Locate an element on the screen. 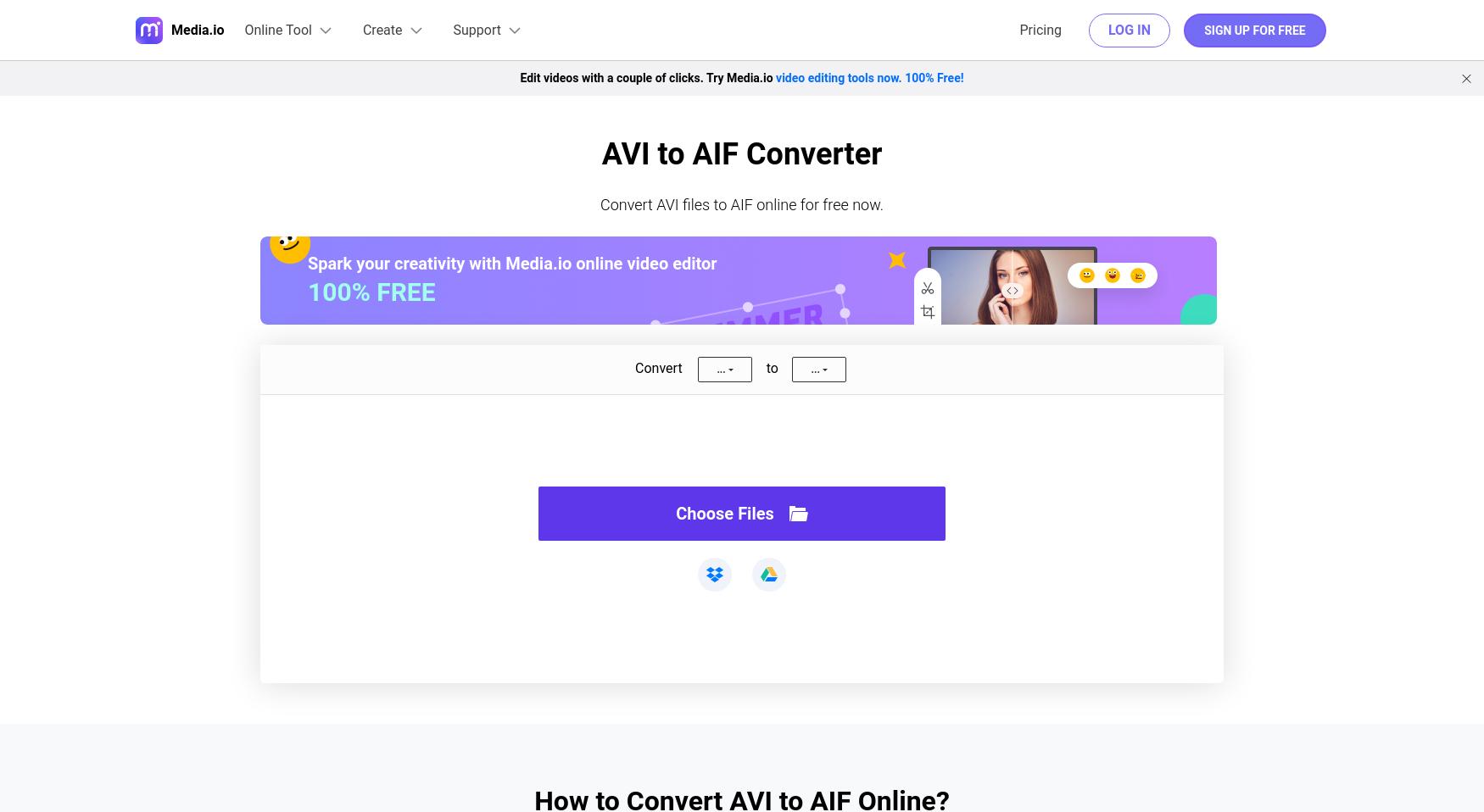  'Edit videos with a couple of clicks. Try Media.io' is located at coordinates (647, 77).